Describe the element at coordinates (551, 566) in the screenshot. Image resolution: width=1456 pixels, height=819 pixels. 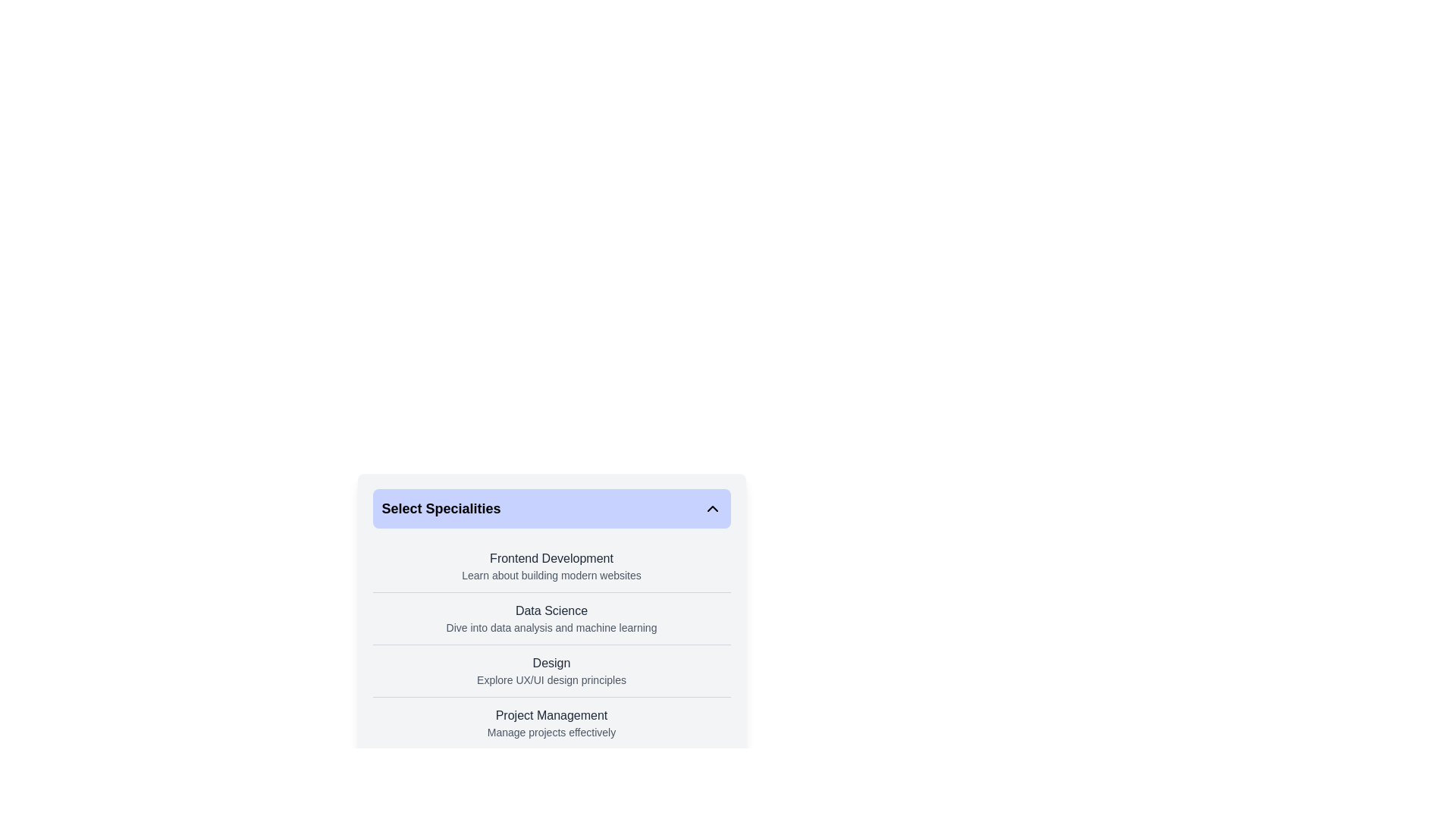
I see `the list item representing the topic 'Frontend Development' in the dropdown menu under 'Select Specialities'` at that location.